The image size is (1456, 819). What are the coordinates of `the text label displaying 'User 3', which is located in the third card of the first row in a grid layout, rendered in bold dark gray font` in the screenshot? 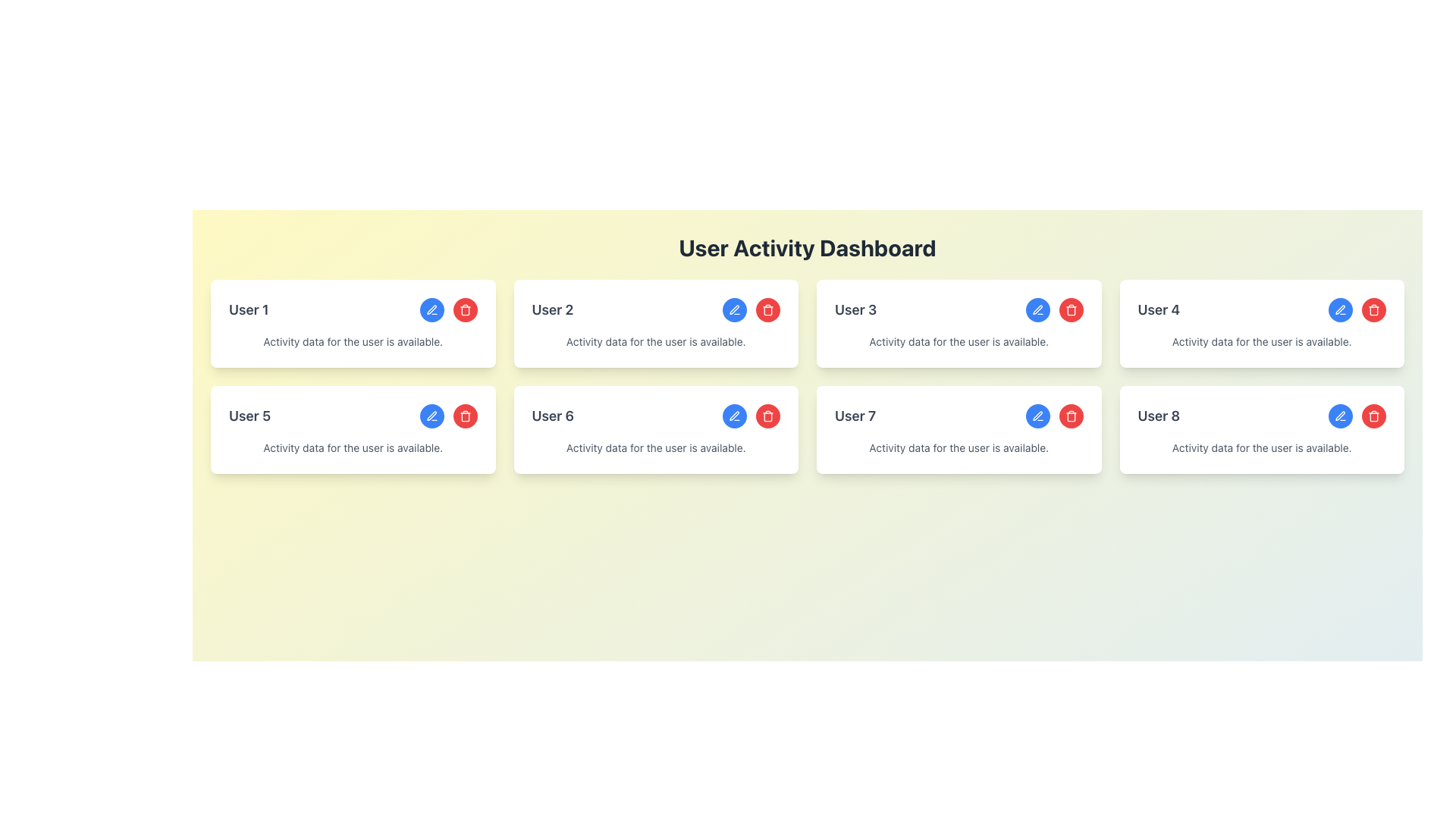 It's located at (855, 309).